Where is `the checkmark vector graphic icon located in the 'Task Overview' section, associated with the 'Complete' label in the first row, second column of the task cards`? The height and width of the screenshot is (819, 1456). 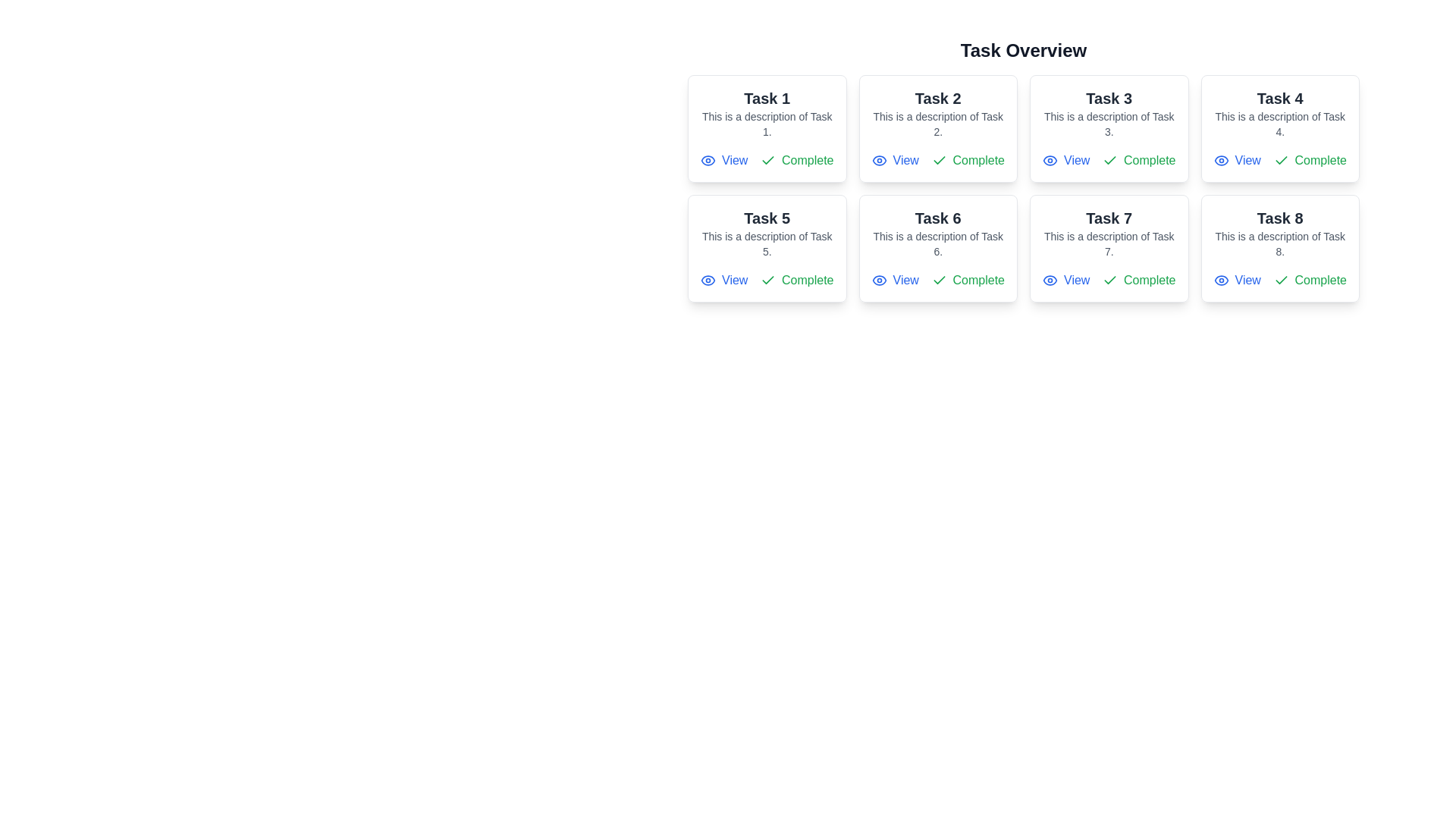
the checkmark vector graphic icon located in the 'Task Overview' section, associated with the 'Complete' label in the first row, second column of the task cards is located at coordinates (1110, 280).